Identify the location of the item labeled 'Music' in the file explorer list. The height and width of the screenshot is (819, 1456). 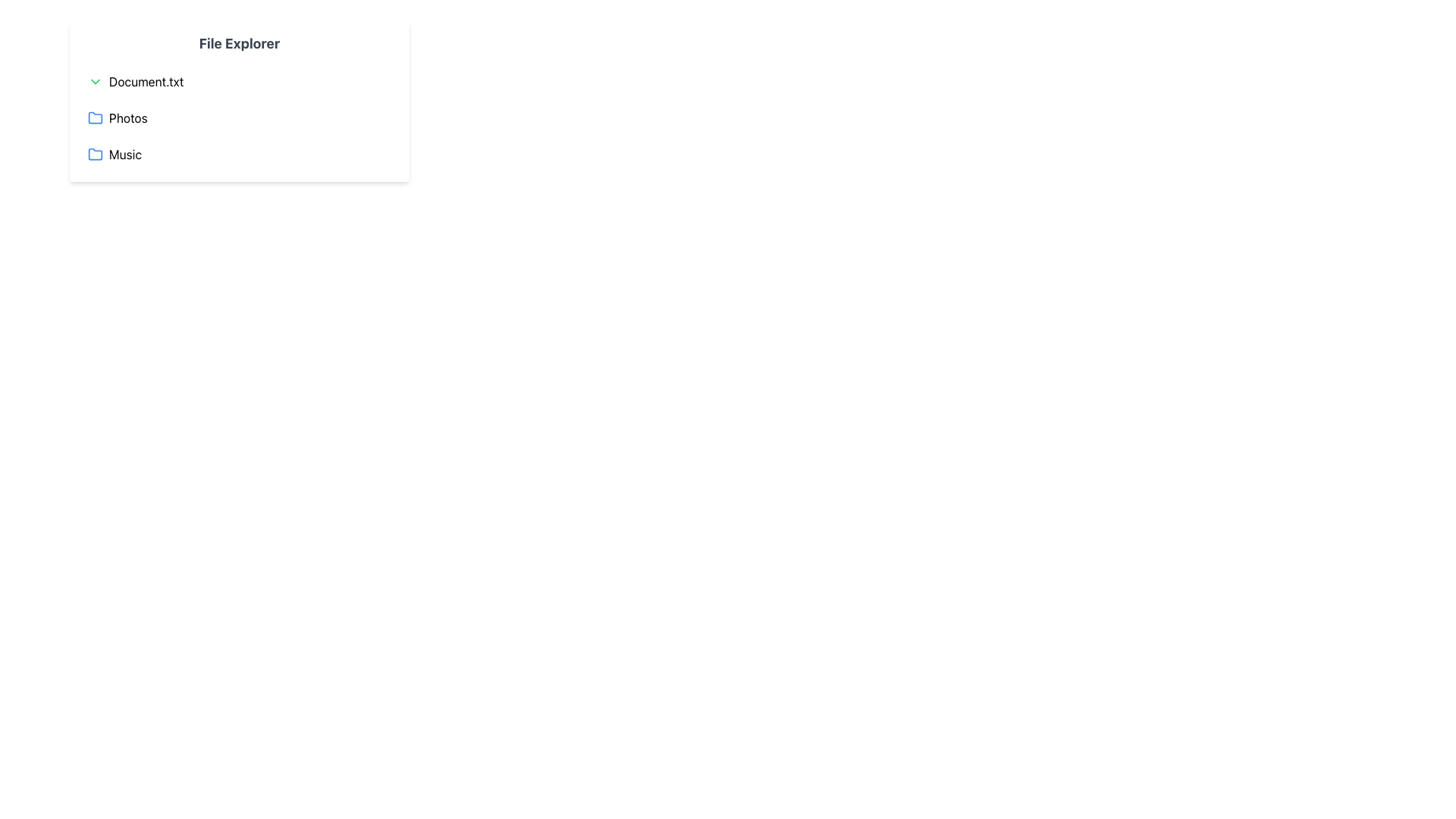
(239, 155).